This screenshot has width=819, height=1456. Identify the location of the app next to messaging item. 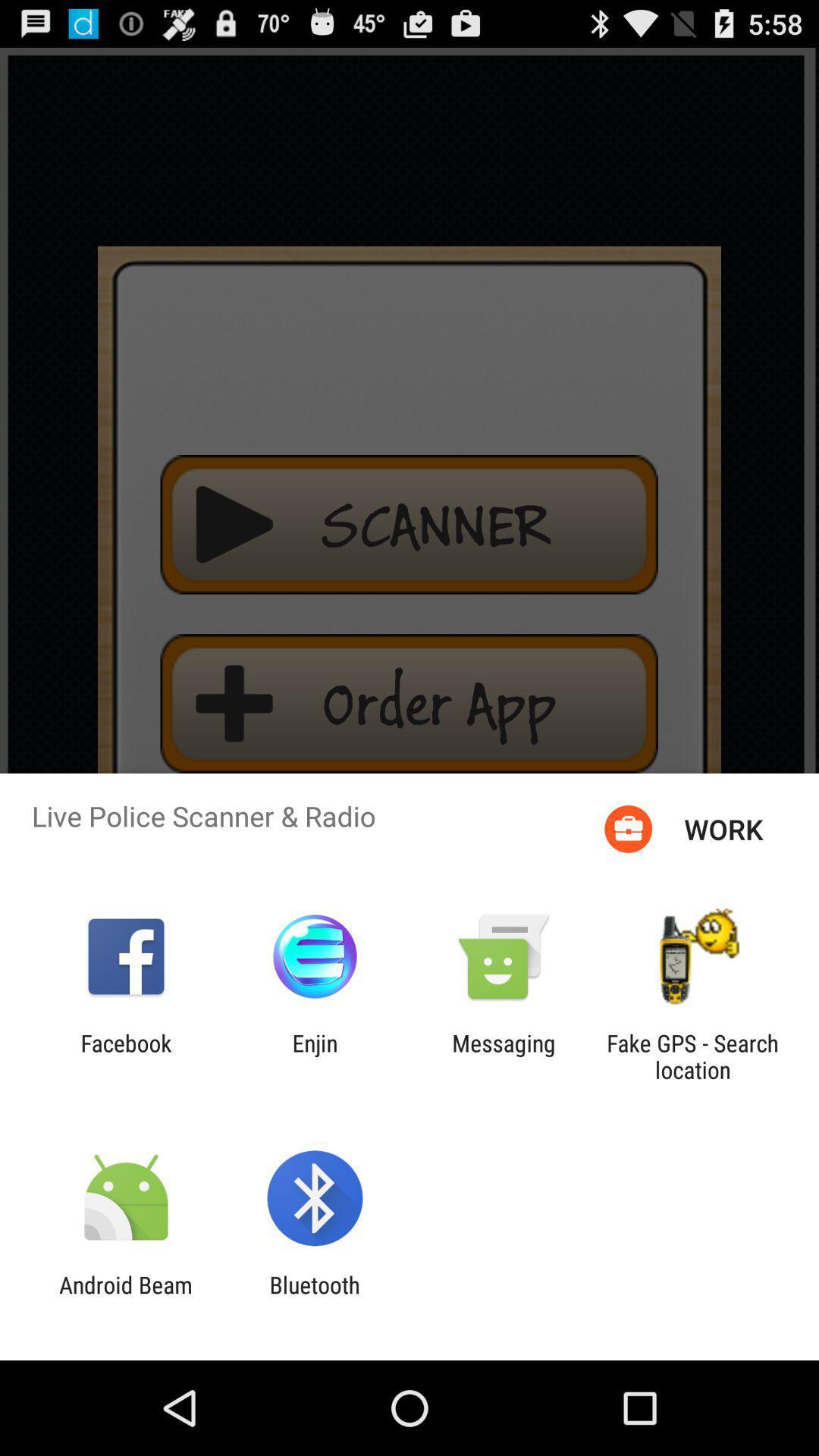
(314, 1056).